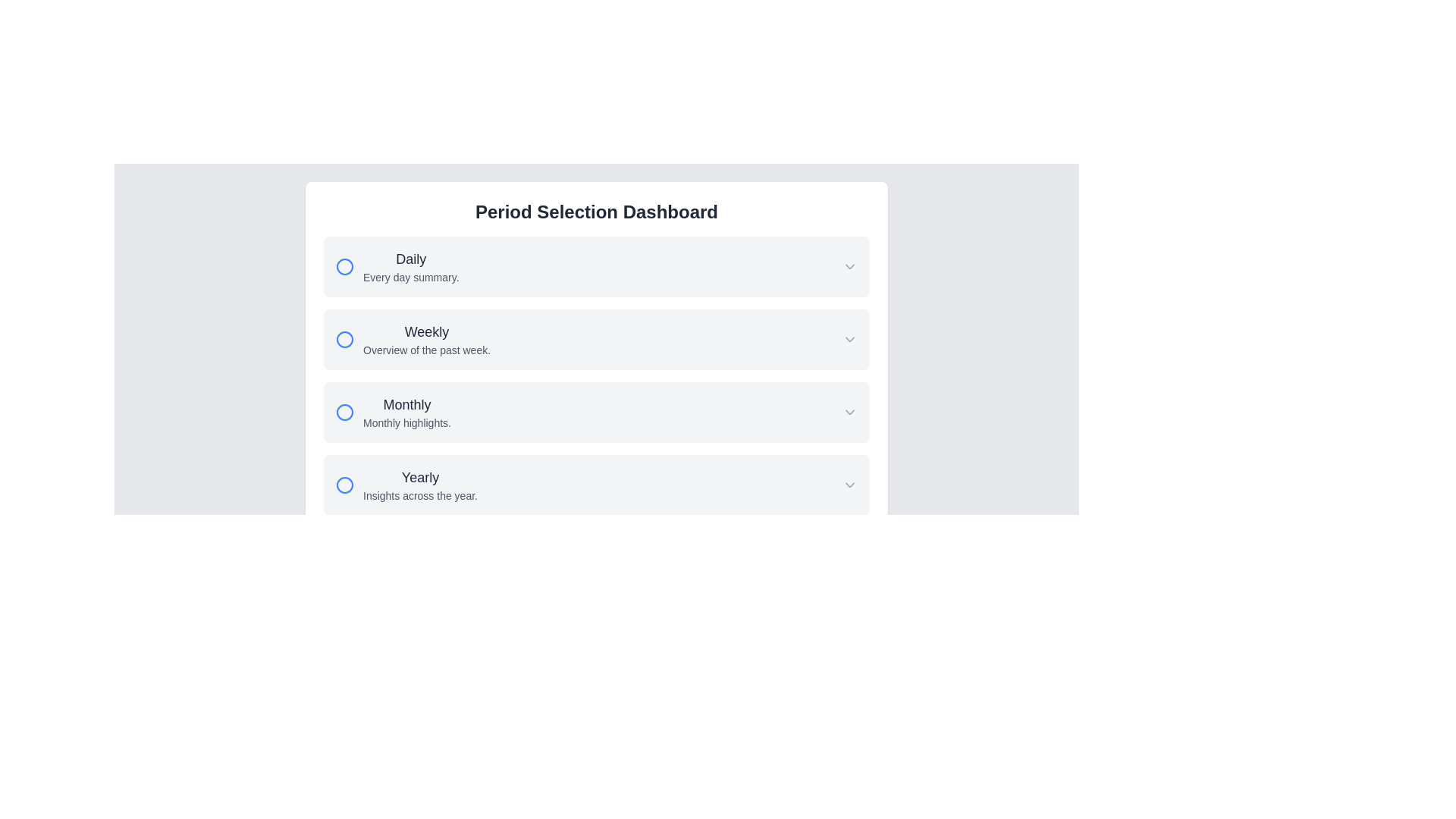 This screenshot has height=819, width=1456. Describe the element at coordinates (596, 412) in the screenshot. I see `the third selectable list item for the 'Monthly' period, which is located between the 'Weekly' and 'Yearly' options` at that location.